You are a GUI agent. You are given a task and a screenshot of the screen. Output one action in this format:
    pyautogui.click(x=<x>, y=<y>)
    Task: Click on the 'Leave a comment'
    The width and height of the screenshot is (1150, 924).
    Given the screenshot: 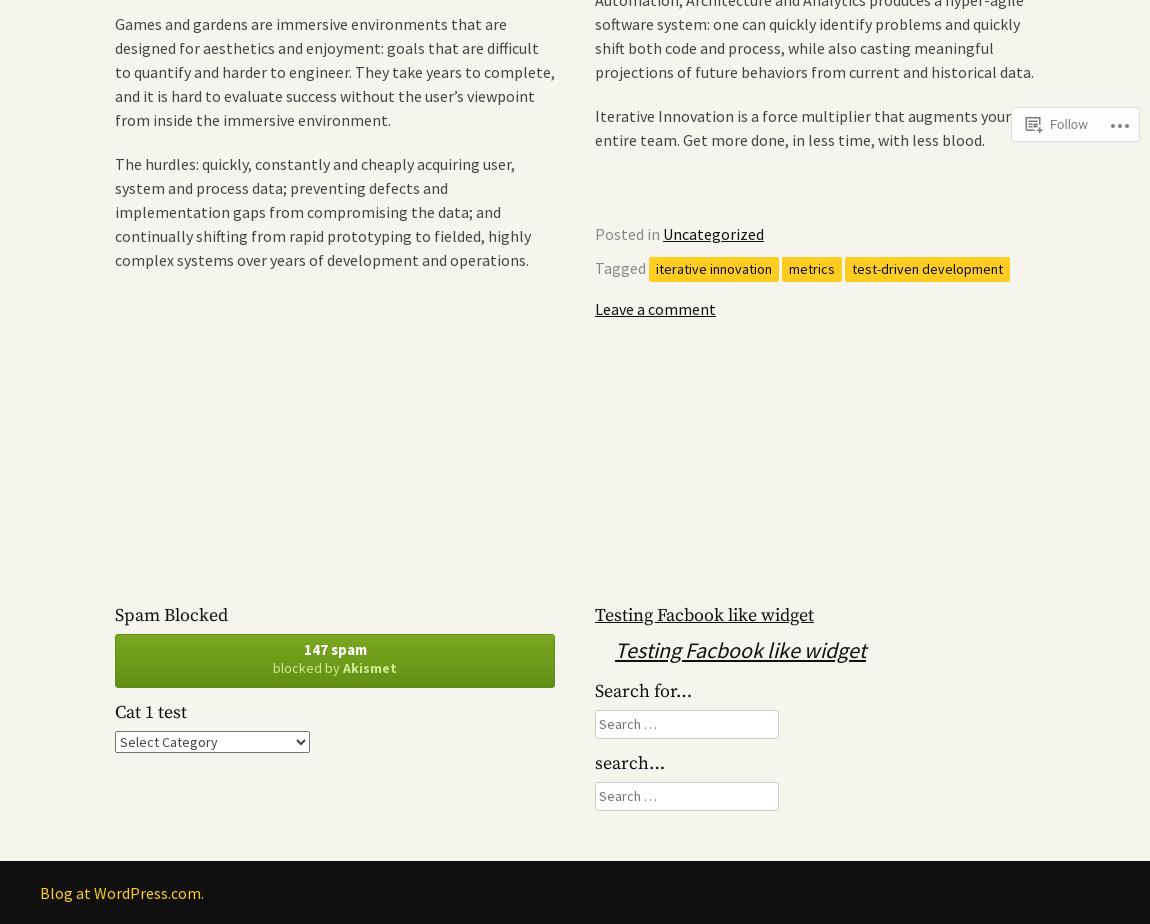 What is the action you would take?
    pyautogui.click(x=654, y=307)
    